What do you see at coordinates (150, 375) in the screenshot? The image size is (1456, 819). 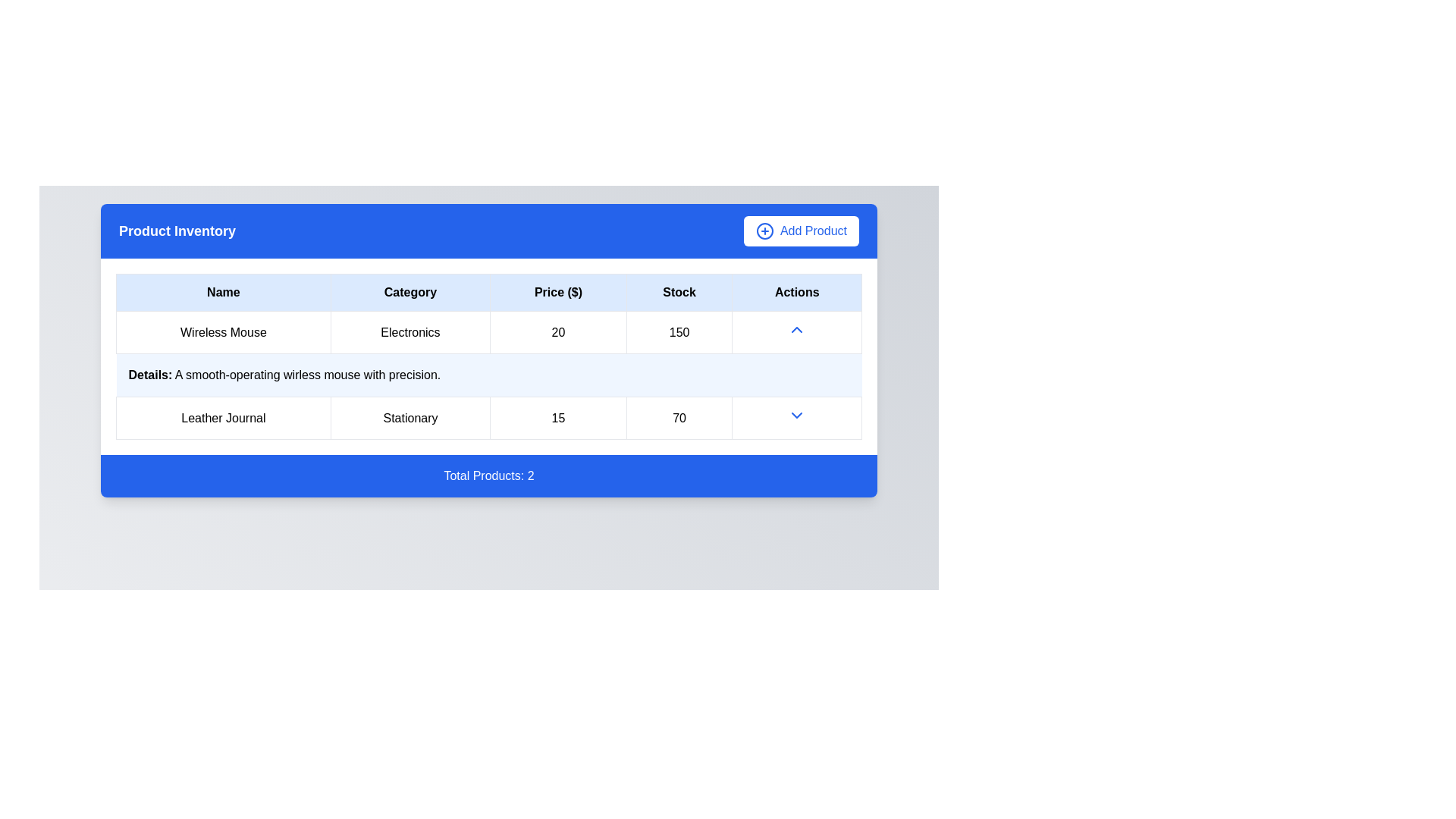 I see `the 'Details:' text label, which introduces the detailed description for the 'Wireless Mouse' item in the product inventory table` at bounding box center [150, 375].